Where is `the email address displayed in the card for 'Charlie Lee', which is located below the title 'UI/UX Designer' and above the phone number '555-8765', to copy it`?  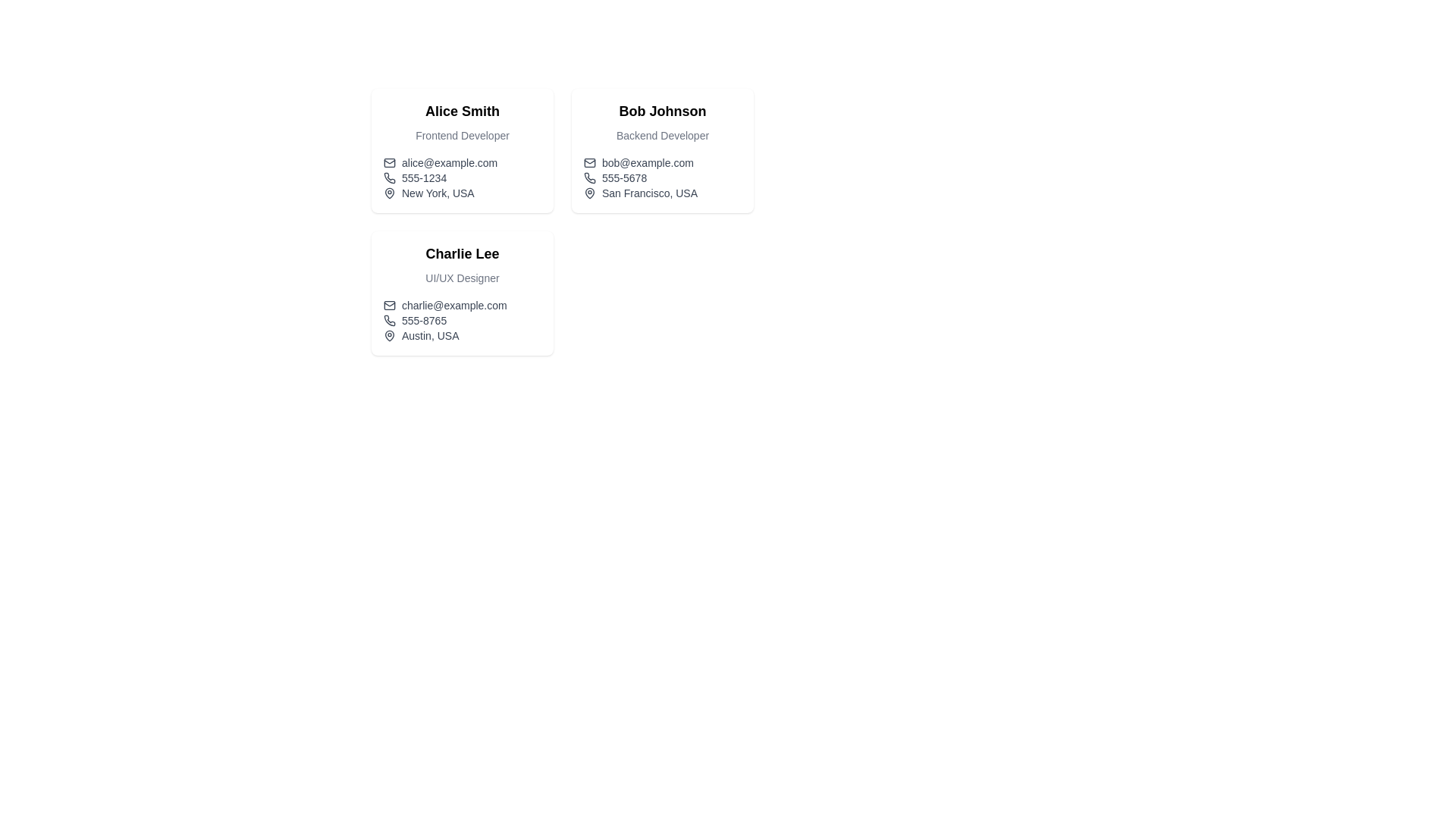 the email address displayed in the card for 'Charlie Lee', which is located below the title 'UI/UX Designer' and above the phone number '555-8765', to copy it is located at coordinates (461, 305).